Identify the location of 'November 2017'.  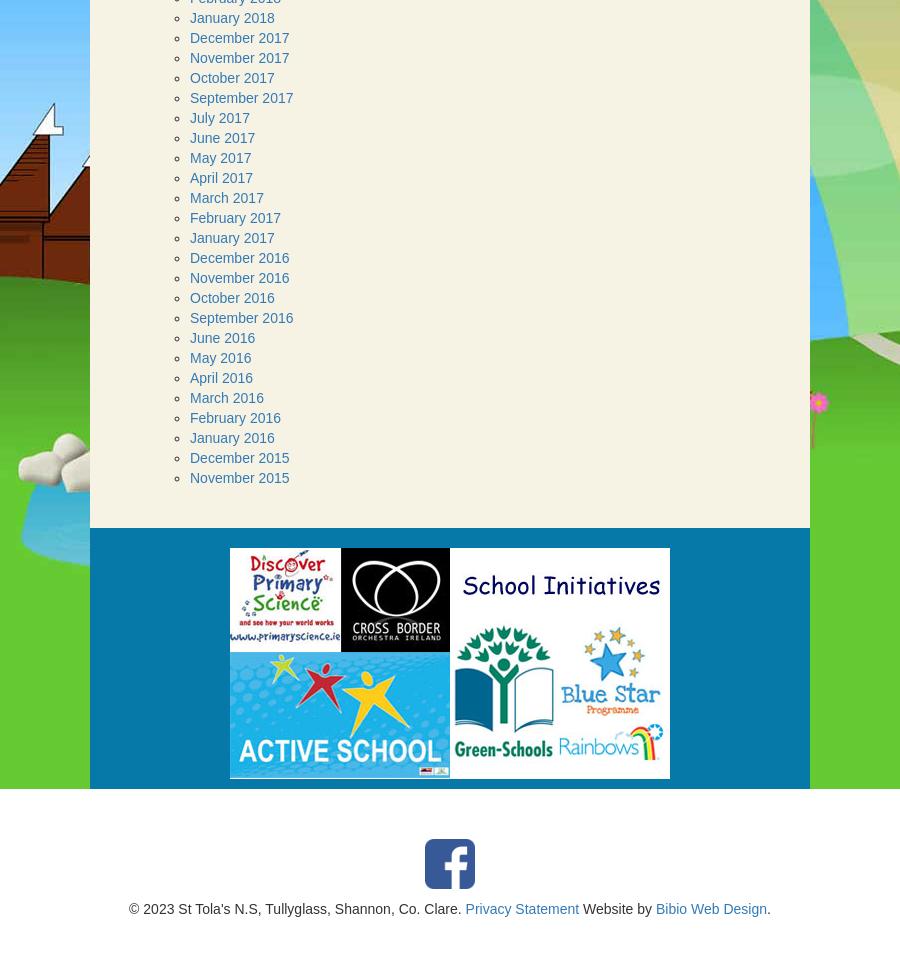
(238, 57).